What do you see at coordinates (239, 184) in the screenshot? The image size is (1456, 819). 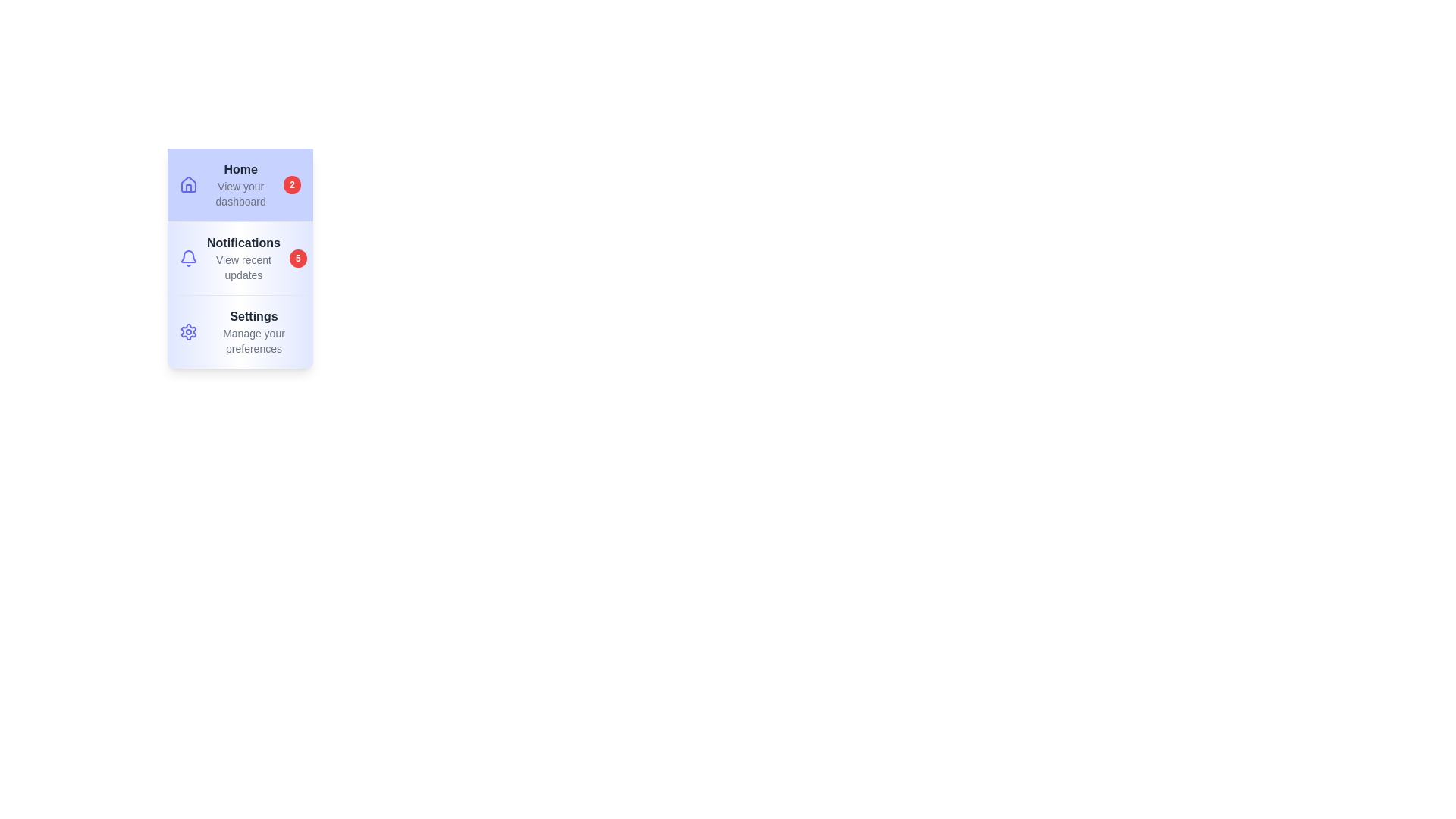 I see `the menu item labeled Home` at bounding box center [239, 184].